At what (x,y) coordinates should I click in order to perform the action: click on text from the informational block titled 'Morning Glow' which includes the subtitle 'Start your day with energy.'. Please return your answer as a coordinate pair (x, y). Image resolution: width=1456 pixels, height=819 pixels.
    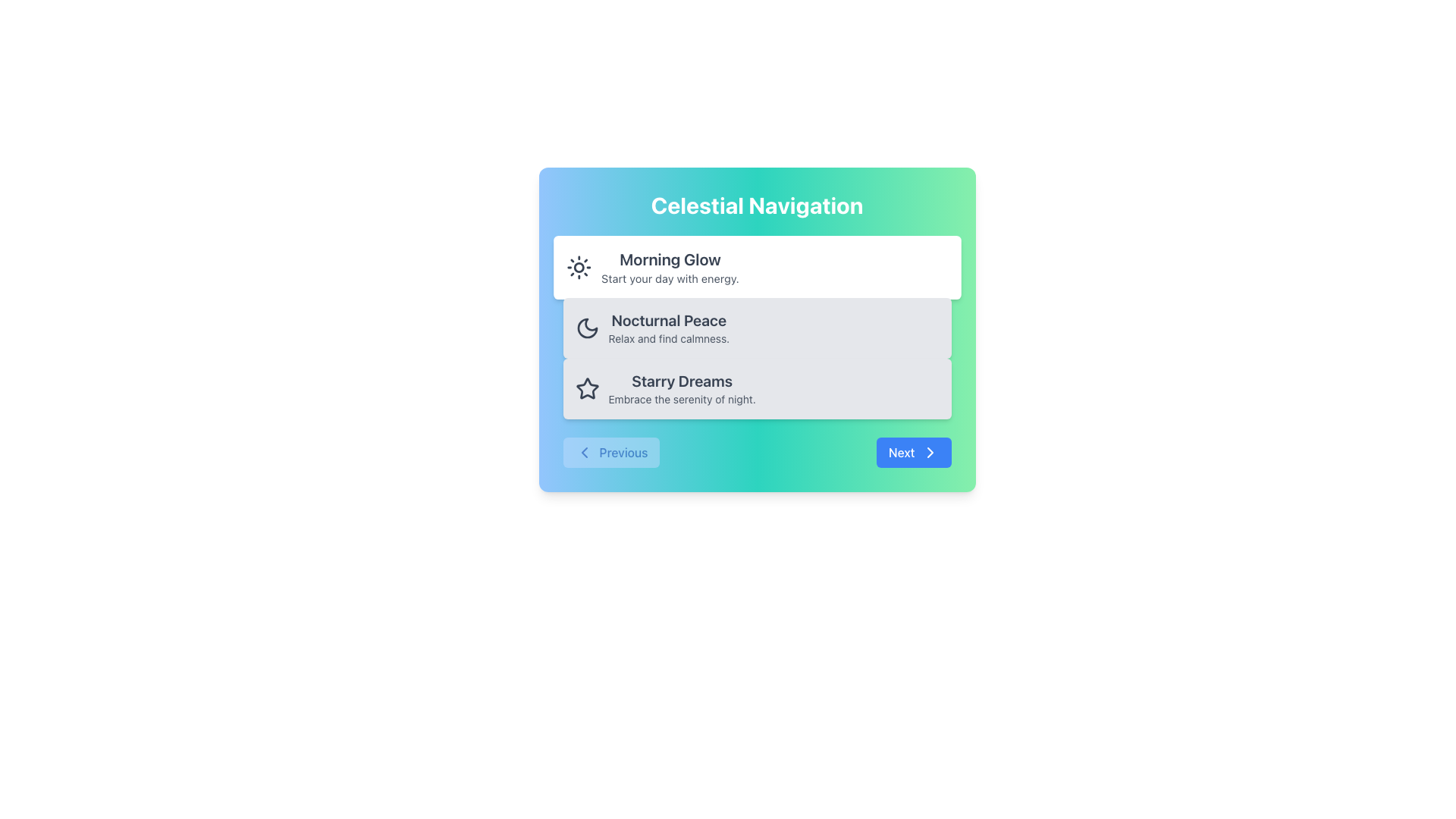
    Looking at the image, I should click on (669, 267).